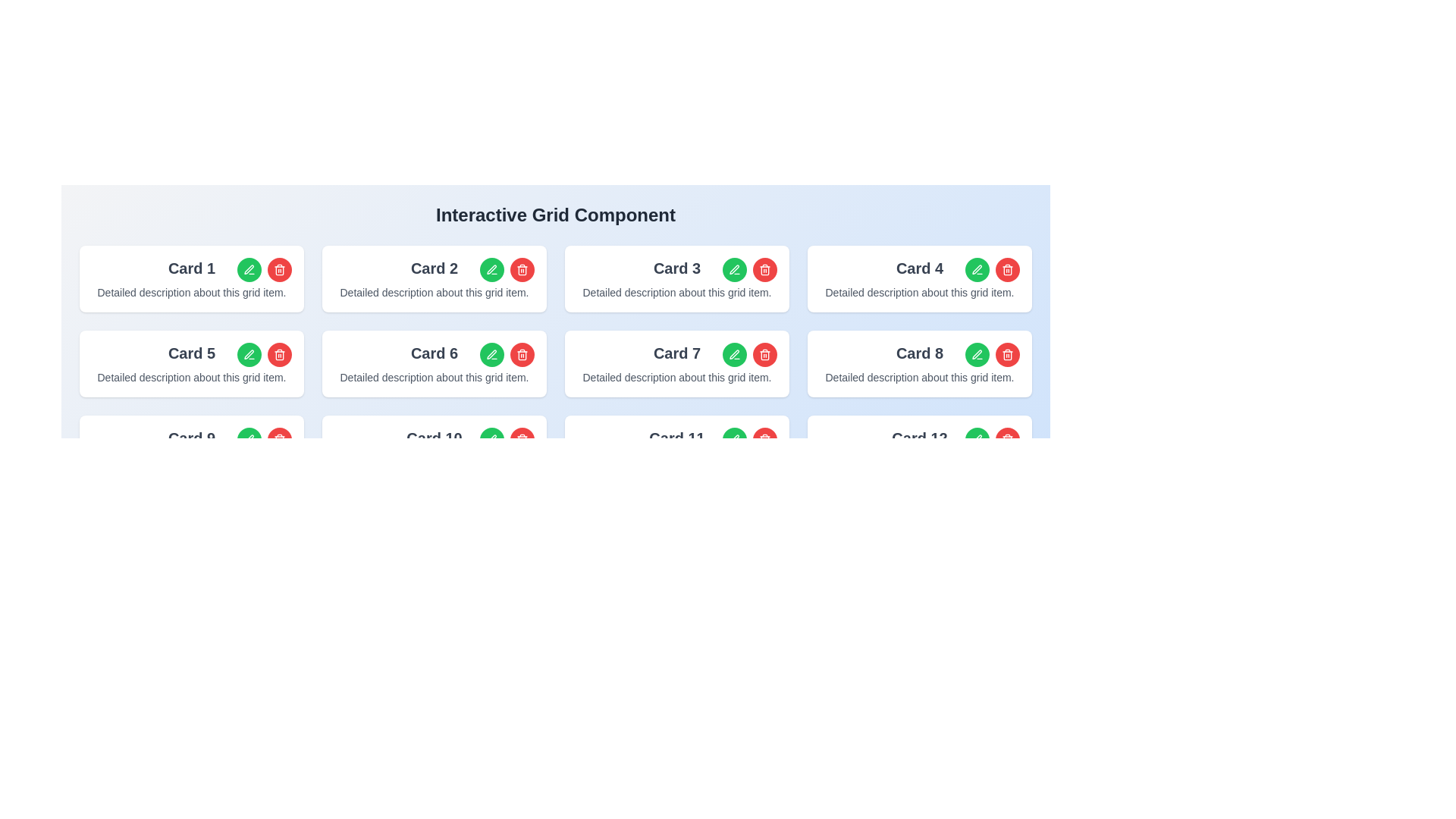 This screenshot has height=819, width=1456. Describe the element at coordinates (735, 268) in the screenshot. I see `the green circular button with a white pen icon located in the top-right corner of 'Card 3' to change its background color` at that location.